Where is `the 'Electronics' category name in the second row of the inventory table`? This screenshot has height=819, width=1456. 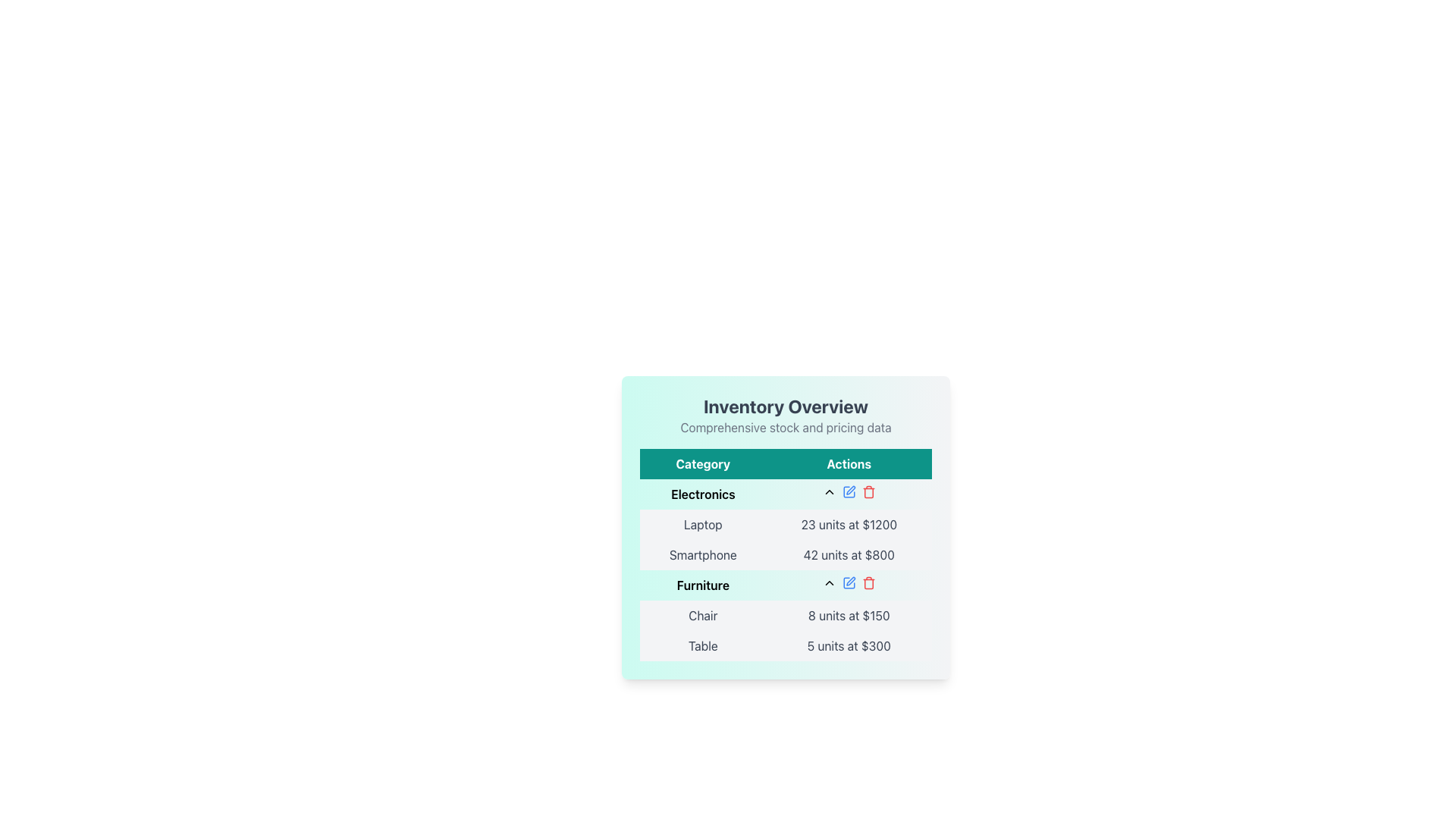 the 'Electronics' category name in the second row of the inventory table is located at coordinates (786, 494).